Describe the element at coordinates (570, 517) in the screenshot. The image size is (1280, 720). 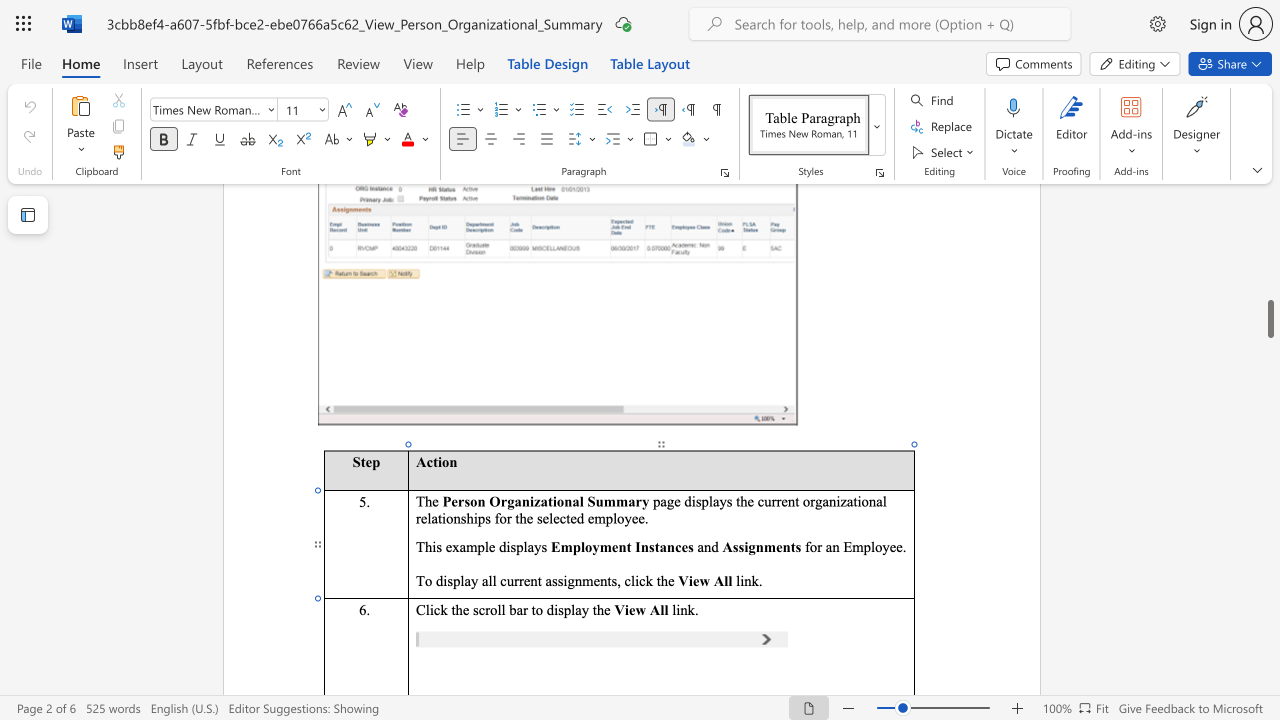
I see `the space between the continuous character "t" and "e" in the text` at that location.